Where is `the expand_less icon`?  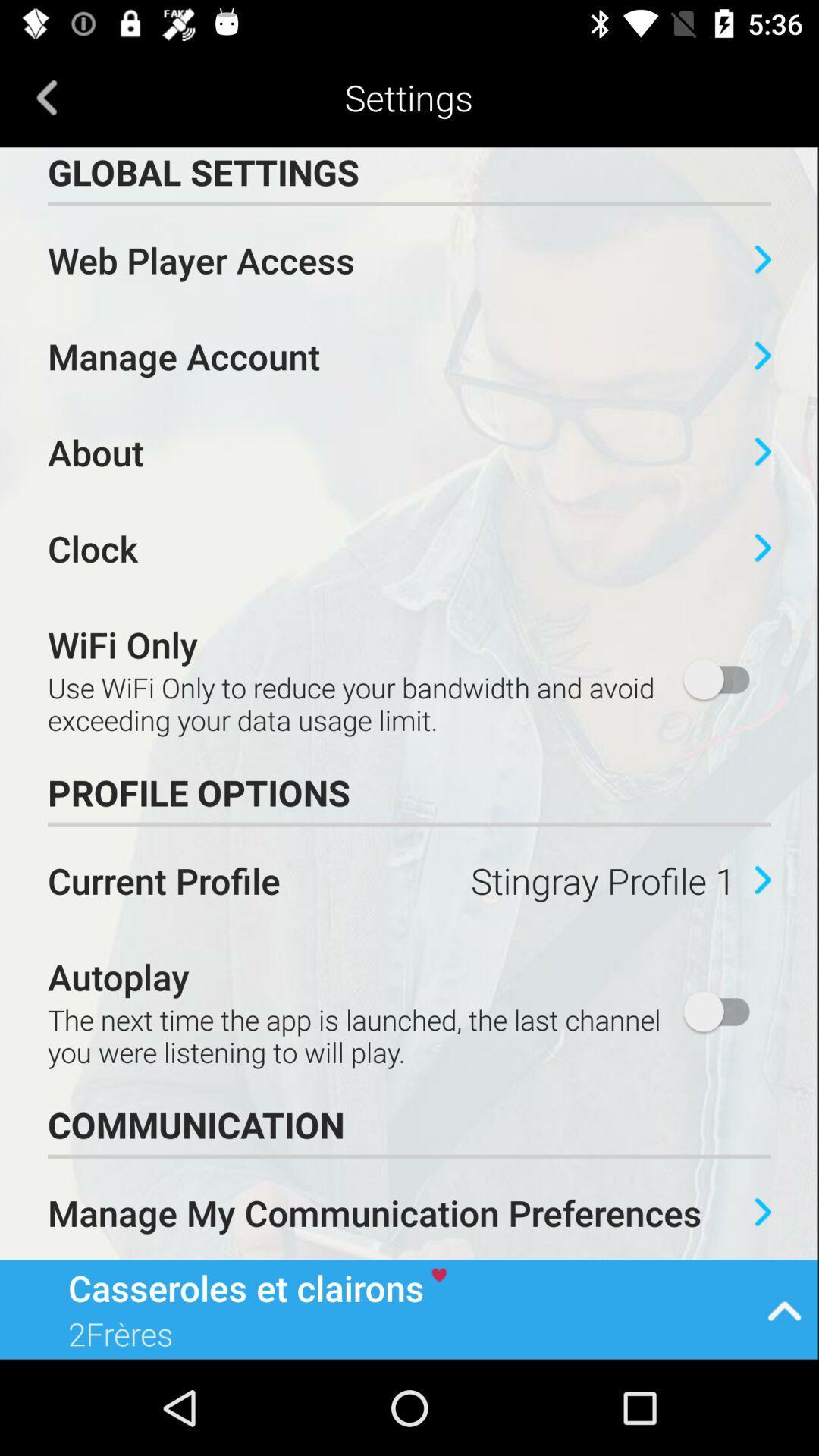
the expand_less icon is located at coordinates (784, 1308).